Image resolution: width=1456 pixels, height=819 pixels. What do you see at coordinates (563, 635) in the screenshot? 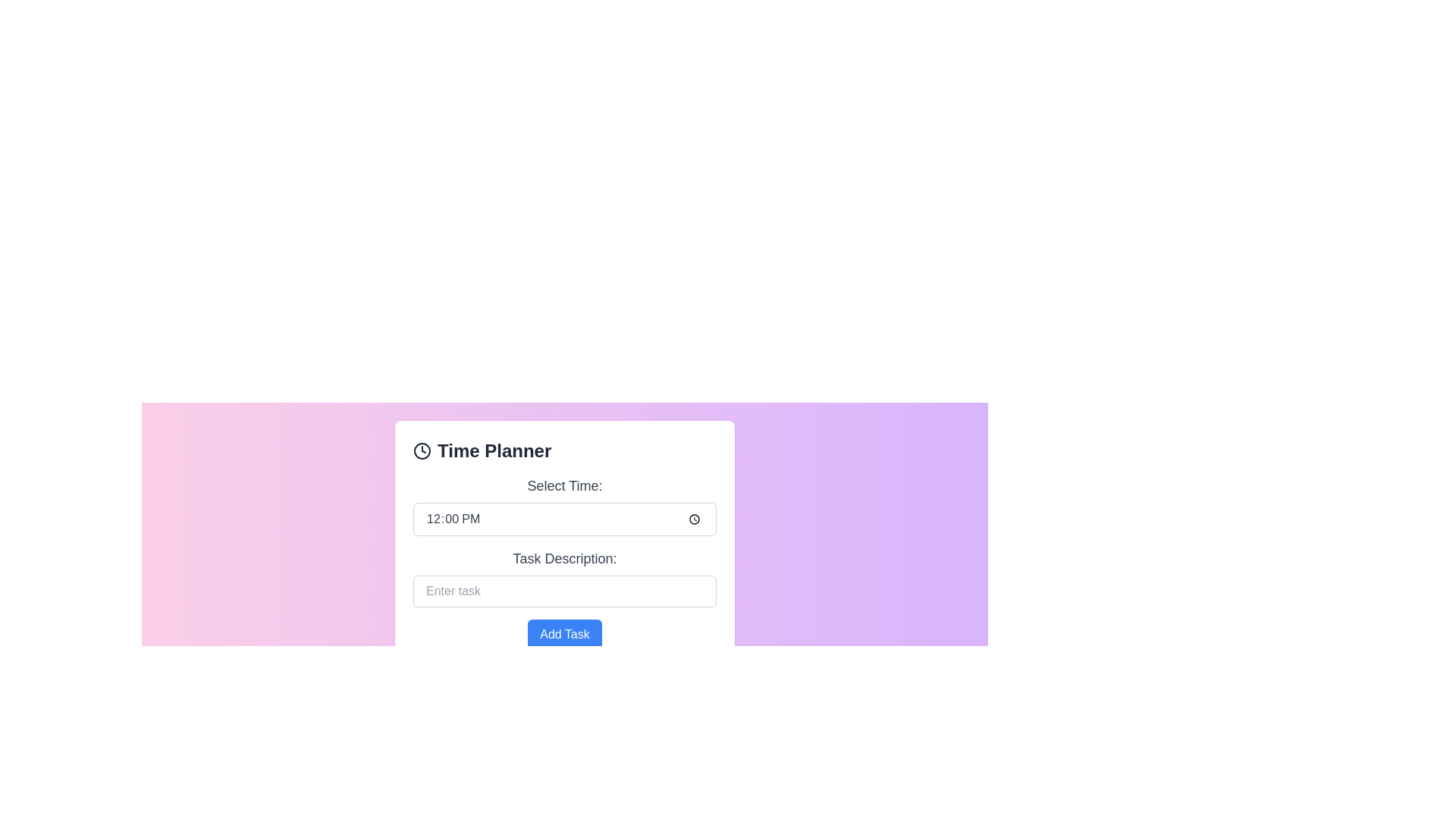
I see `the 'Add Task' button, which is a rectangular button with a blue background and white text located at the bottom center of the form` at bounding box center [563, 635].